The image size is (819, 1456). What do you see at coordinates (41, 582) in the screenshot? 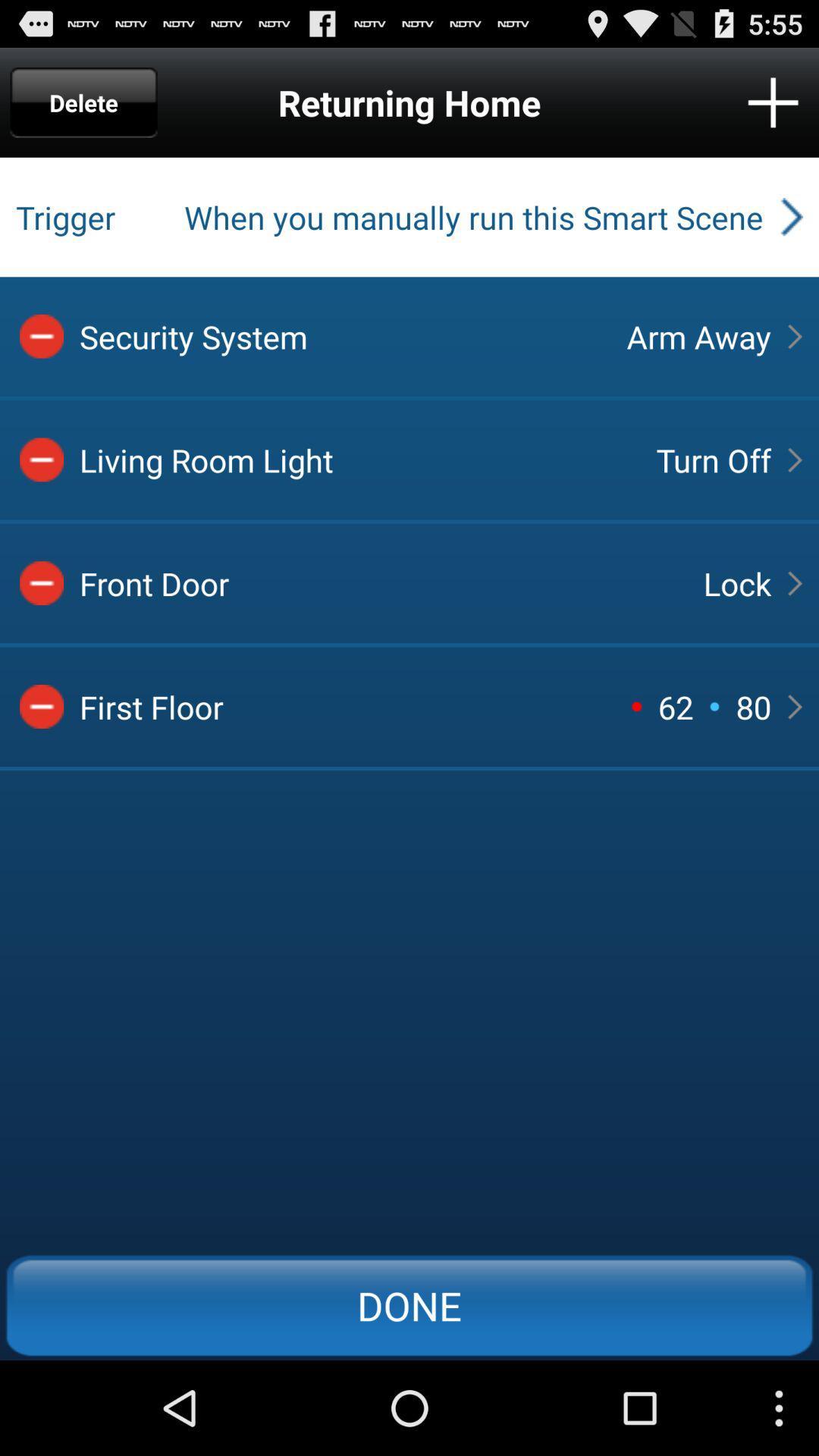
I see `delete selection` at bounding box center [41, 582].